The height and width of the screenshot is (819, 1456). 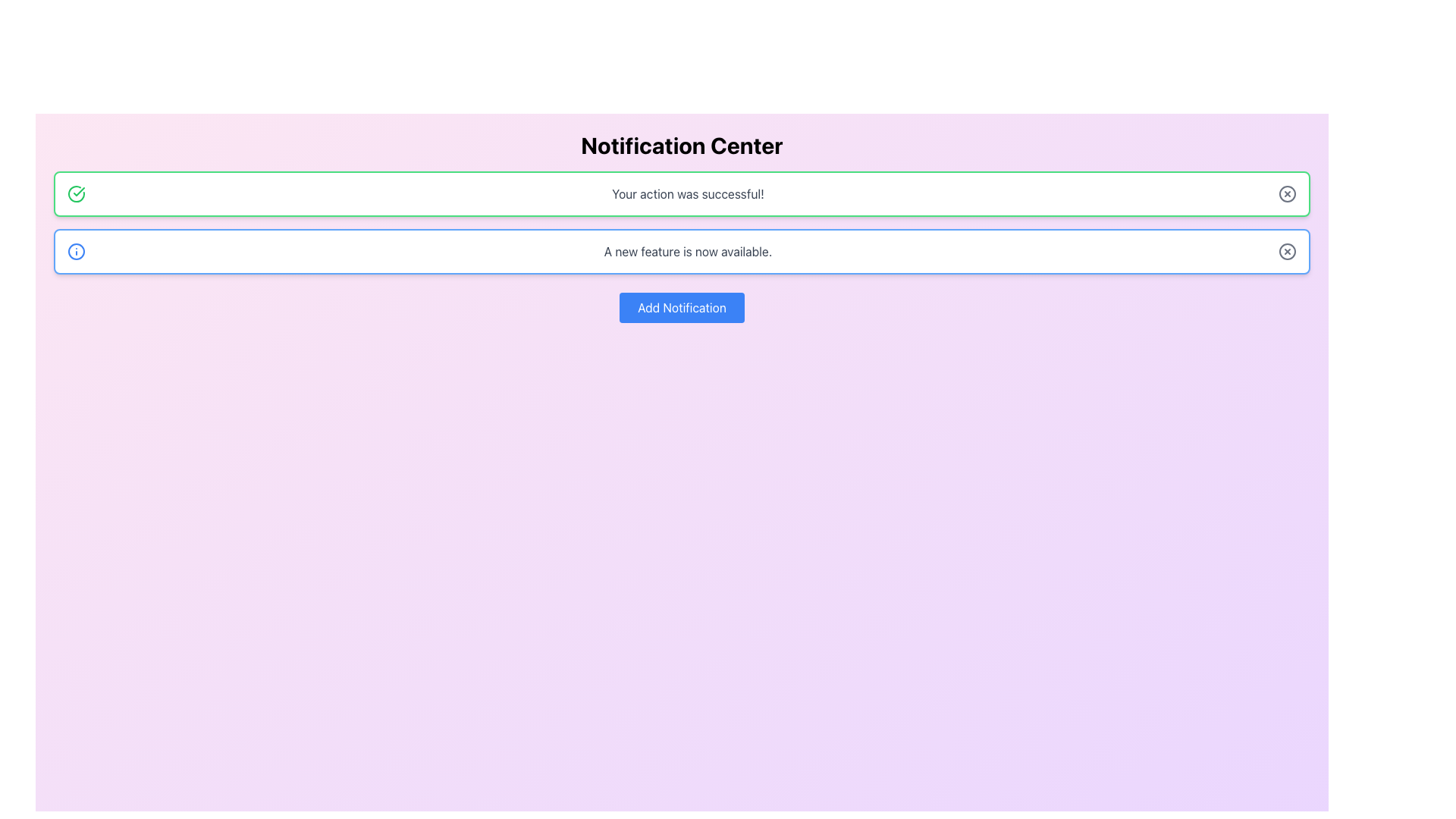 What do you see at coordinates (75, 193) in the screenshot?
I see `the circular green checkmark icon located in the top-left corner of the notification card, indicating a successful action` at bounding box center [75, 193].